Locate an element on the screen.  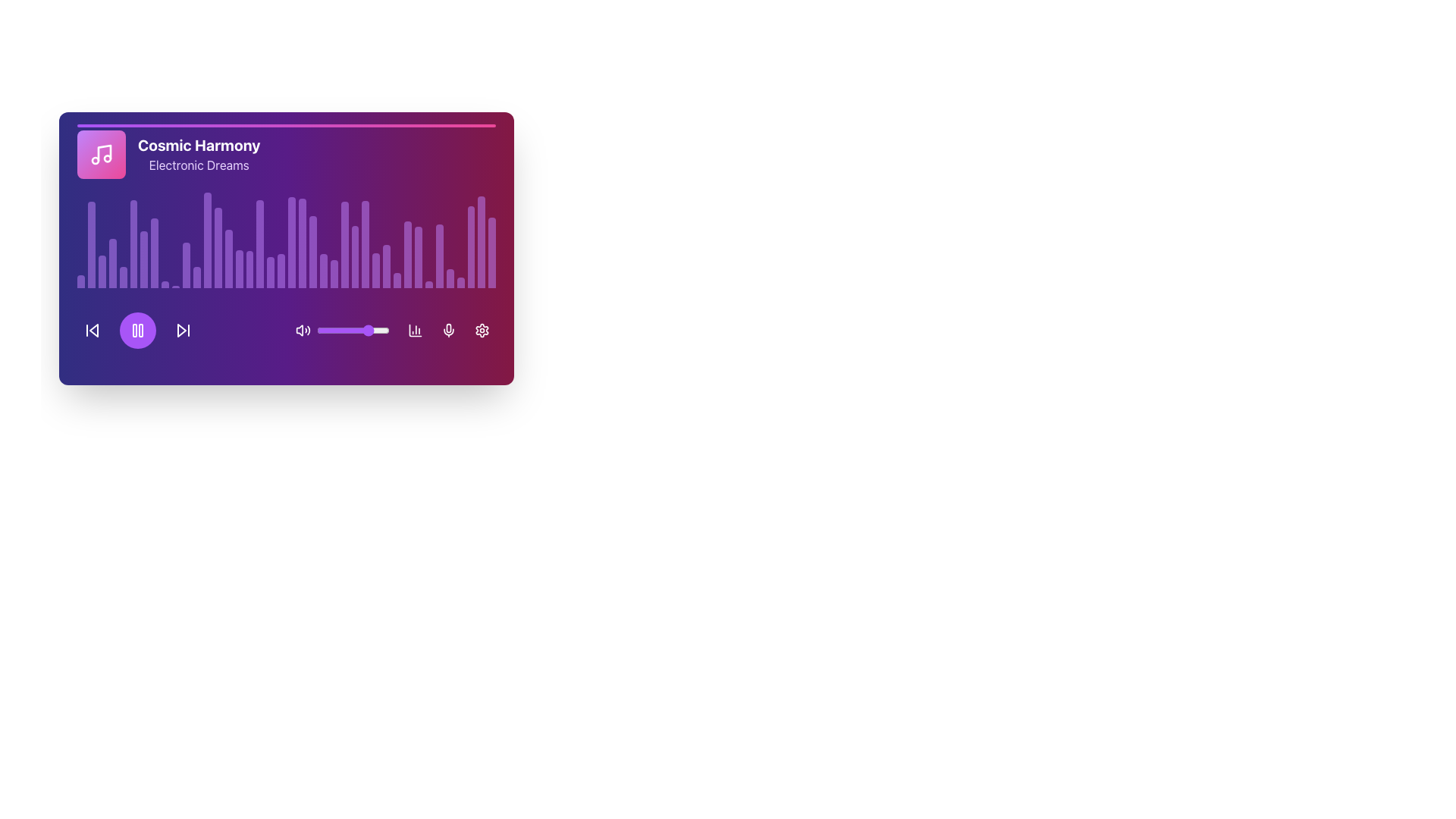
the eighth vertical bar in the audio visualizer bar chart, which represents a single data point is located at coordinates (155, 252).